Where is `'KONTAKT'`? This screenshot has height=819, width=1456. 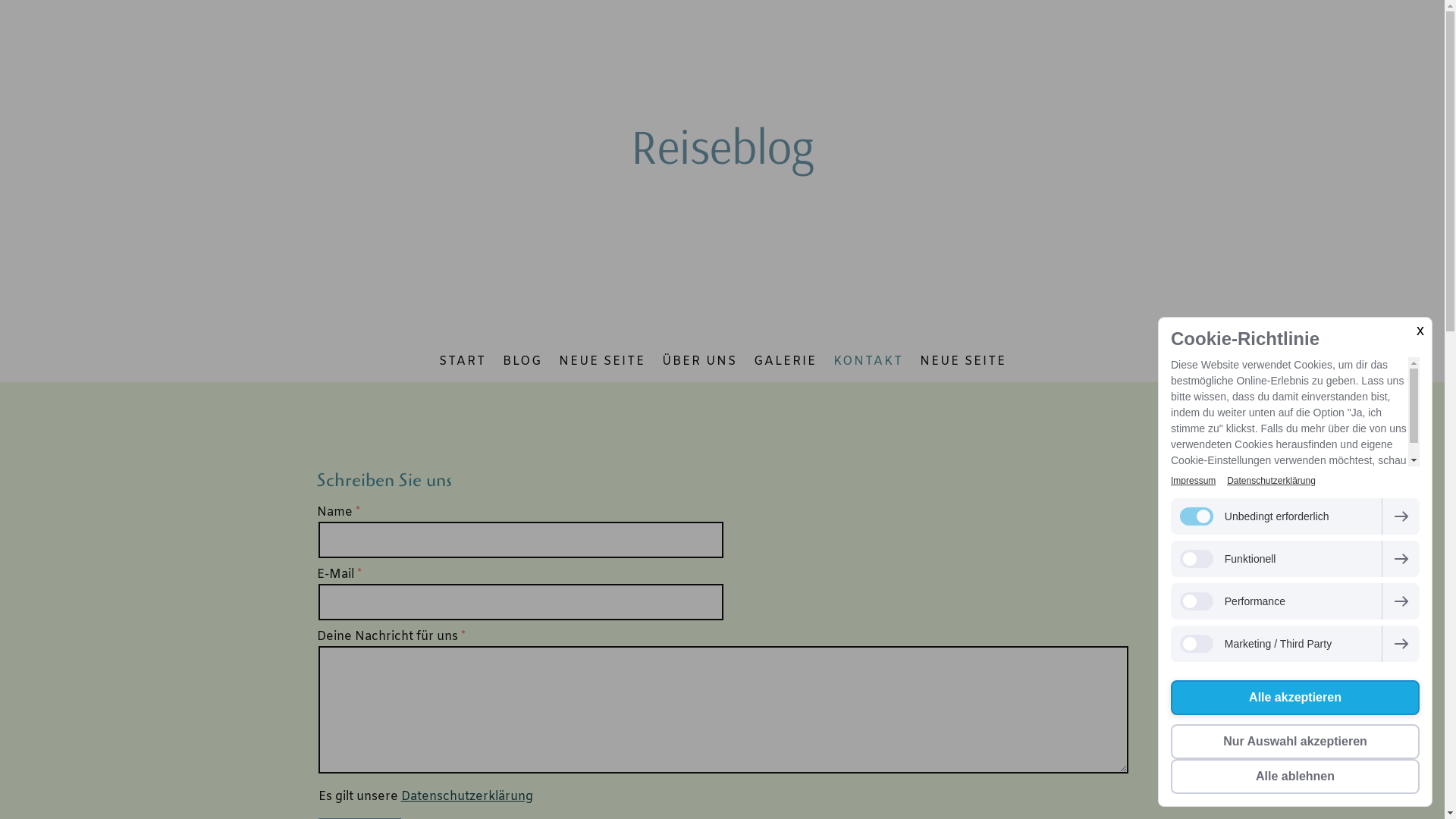
'KONTAKT' is located at coordinates (868, 362).